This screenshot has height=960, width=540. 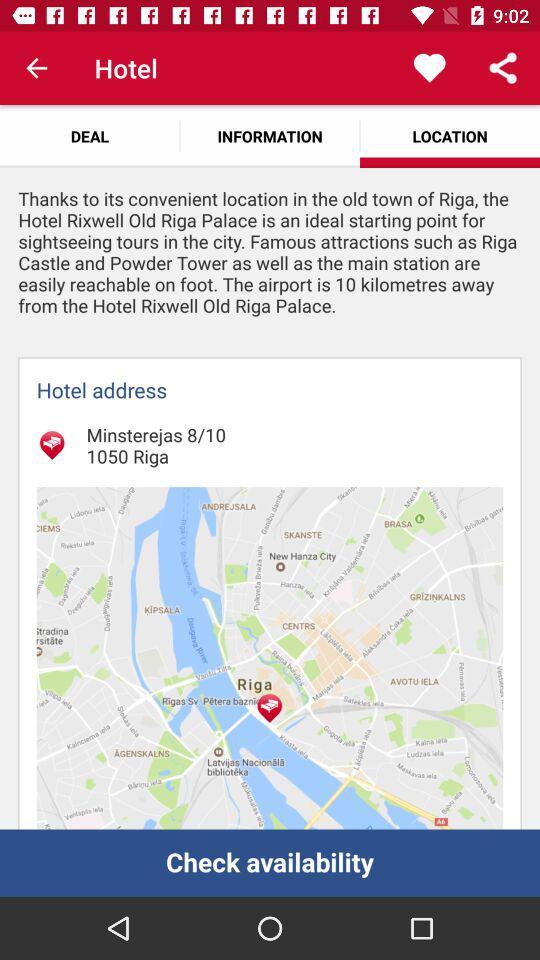 I want to click on item below minsterejas 8 10 item, so click(x=270, y=657).